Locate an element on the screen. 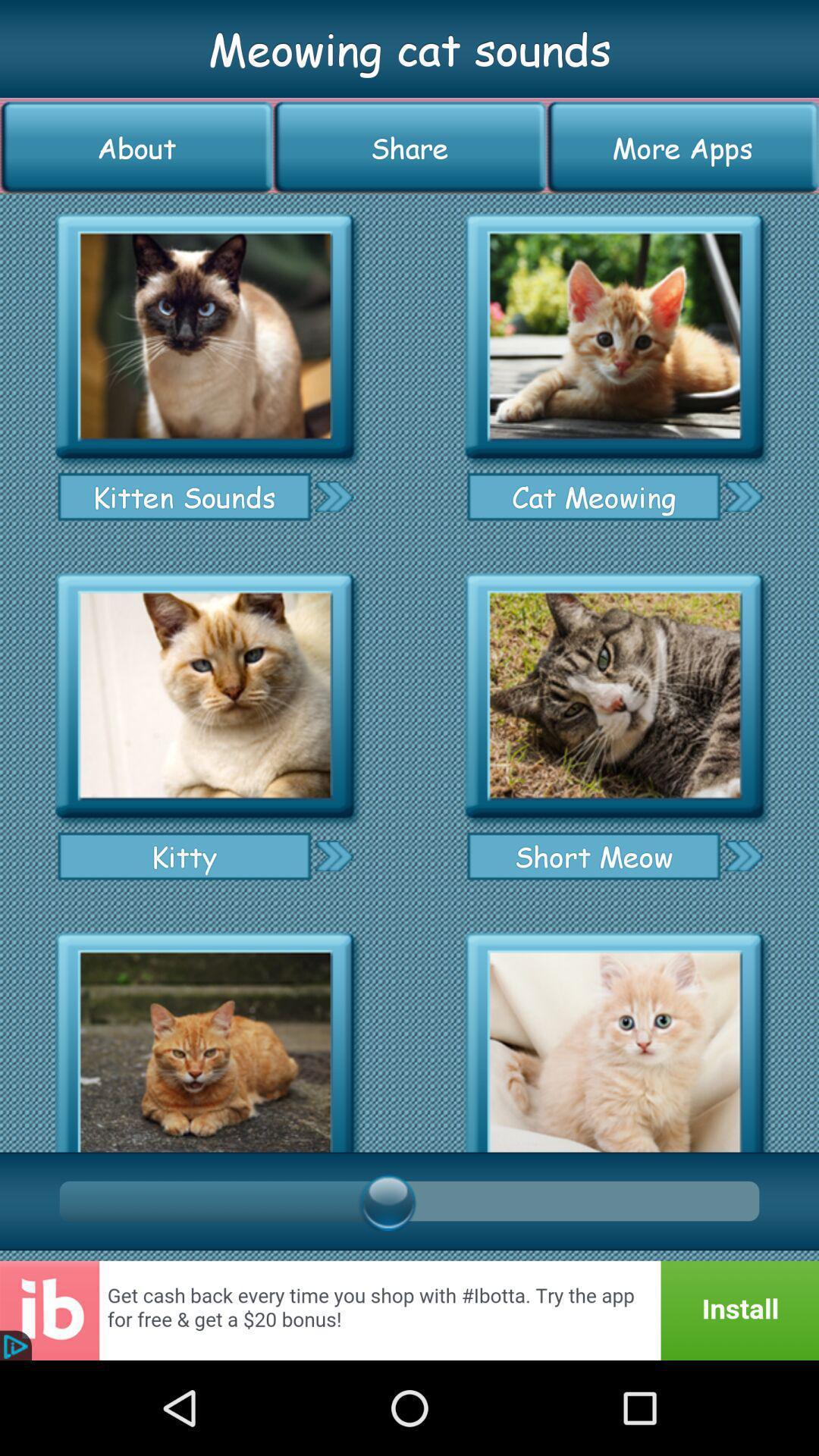  show sounds for this category is located at coordinates (205, 1037).